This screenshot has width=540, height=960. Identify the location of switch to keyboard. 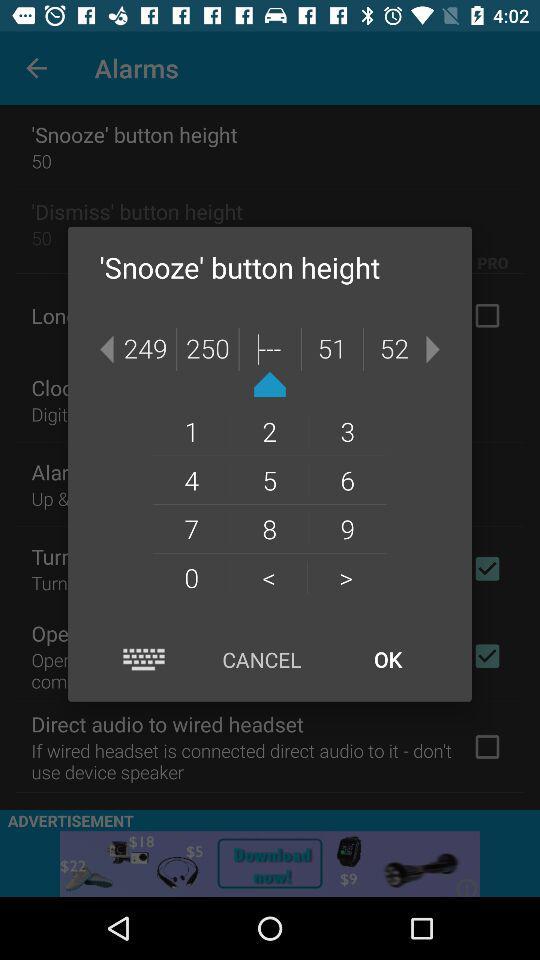
(143, 658).